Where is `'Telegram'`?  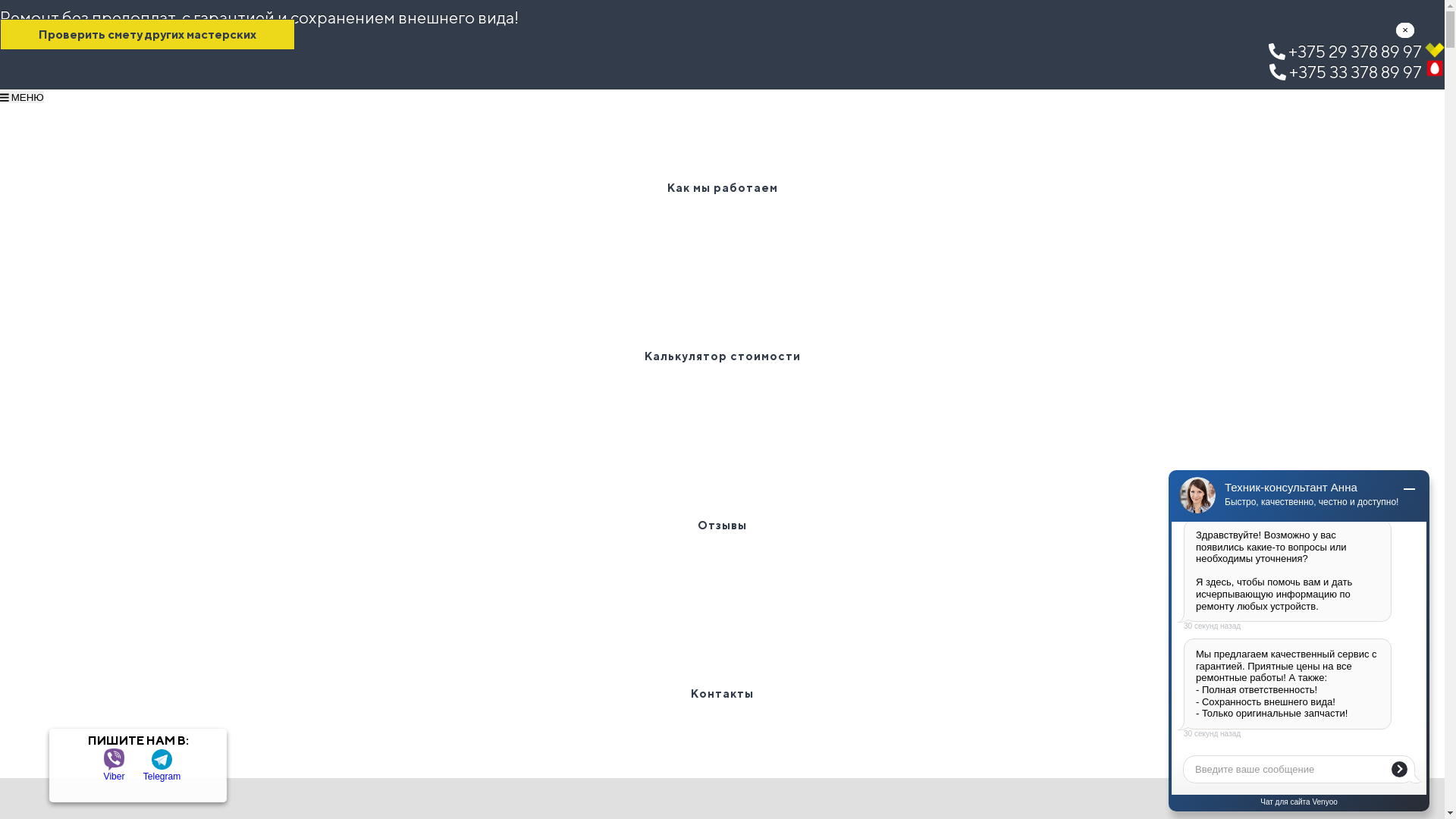
'Telegram' is located at coordinates (162, 759).